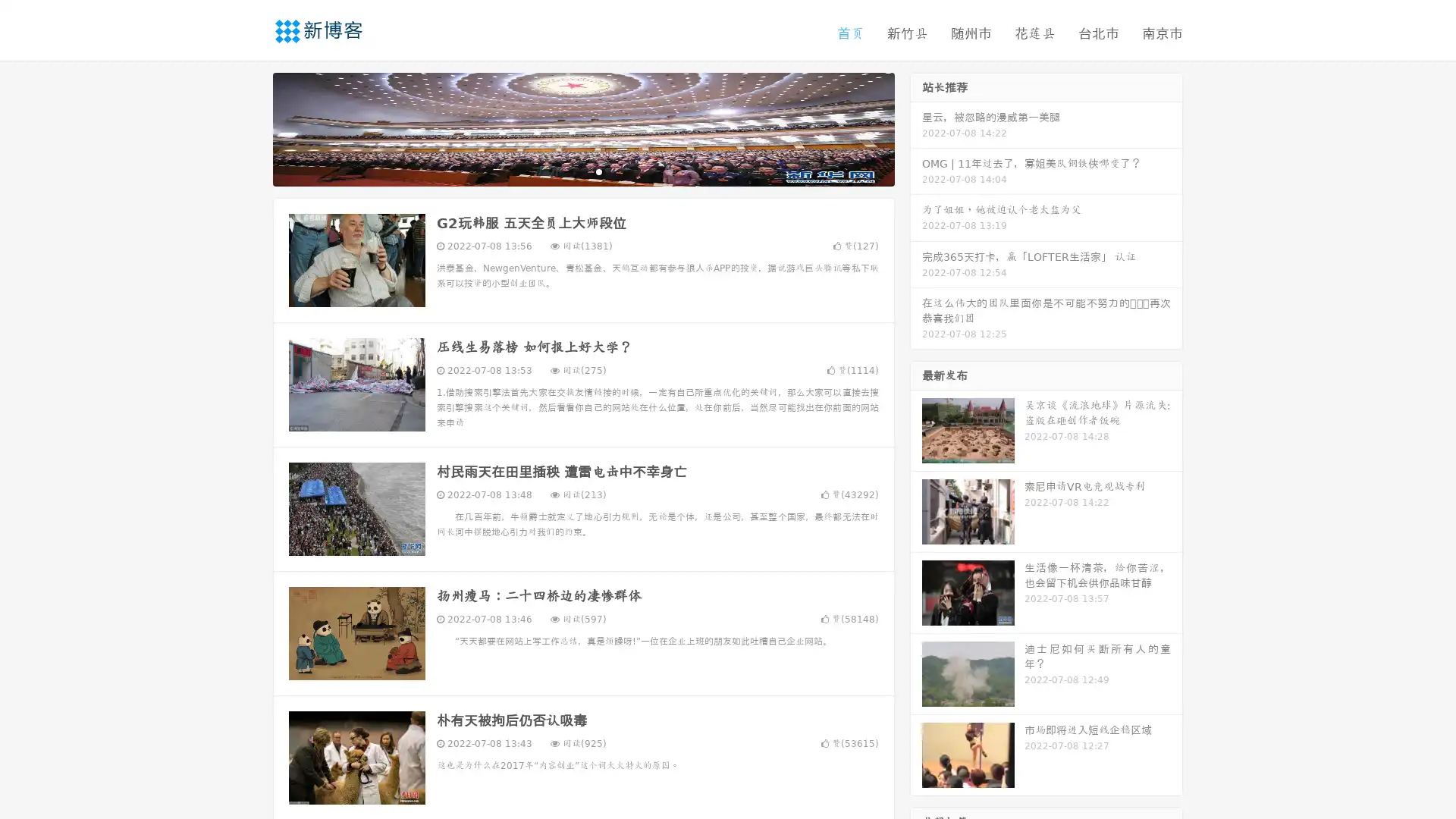 Image resolution: width=1456 pixels, height=819 pixels. What do you see at coordinates (567, 171) in the screenshot?
I see `Go to slide 1` at bounding box center [567, 171].